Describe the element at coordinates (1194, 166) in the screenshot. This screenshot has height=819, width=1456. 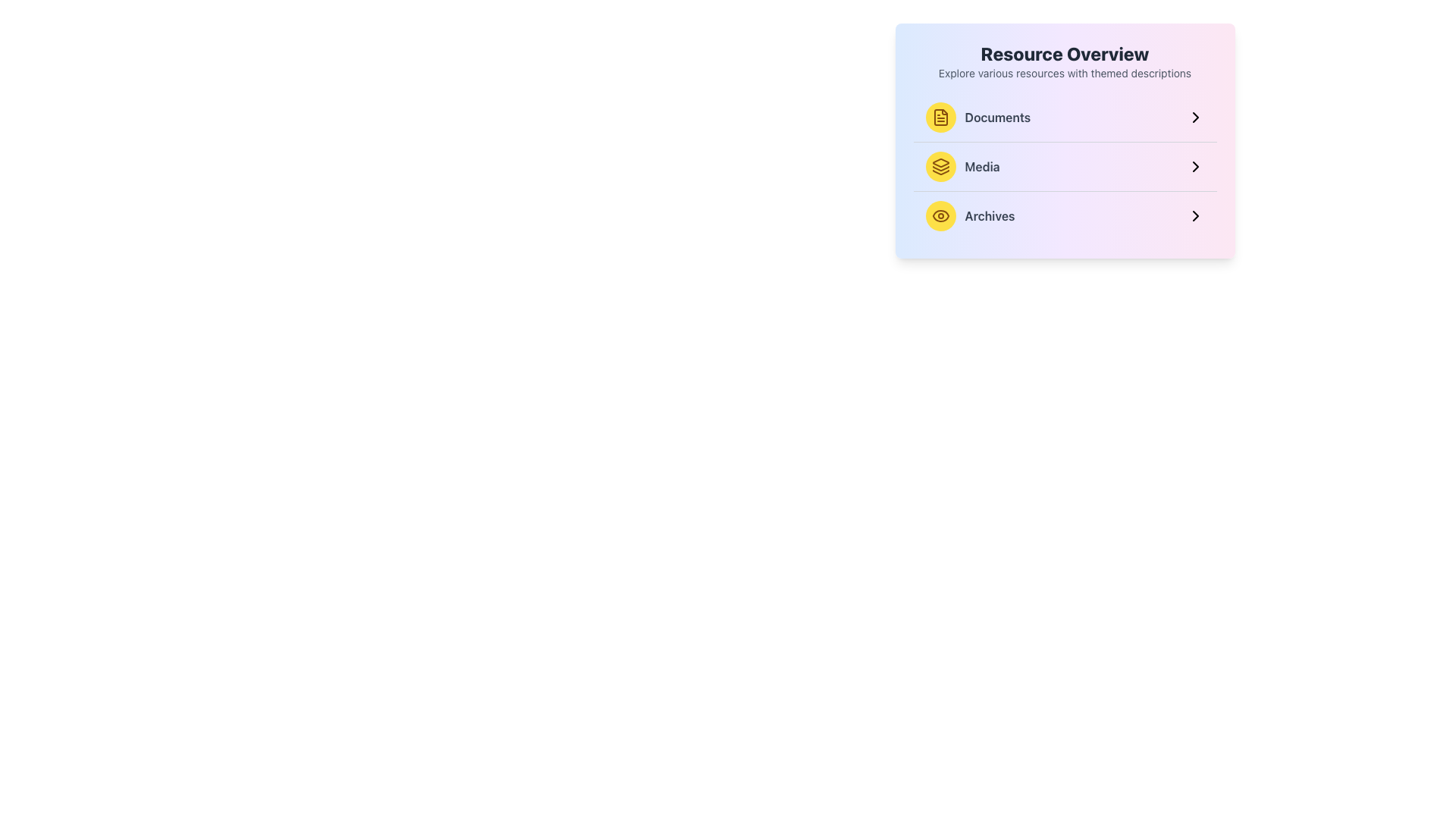
I see `the navigation chevron icon located in the second row of the 'Resource Overview' menu, which indicates that the 'Media' section is selectable and expandable` at that location.